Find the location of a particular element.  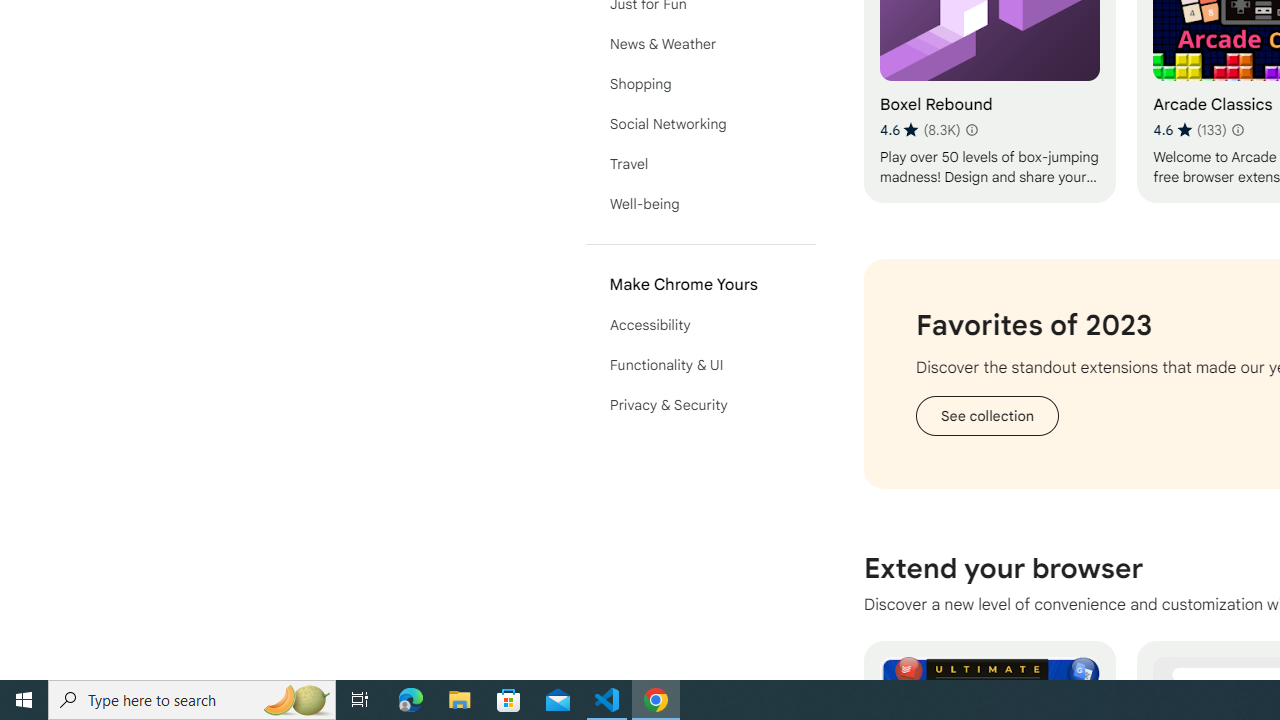

'Shopping' is located at coordinates (700, 82).